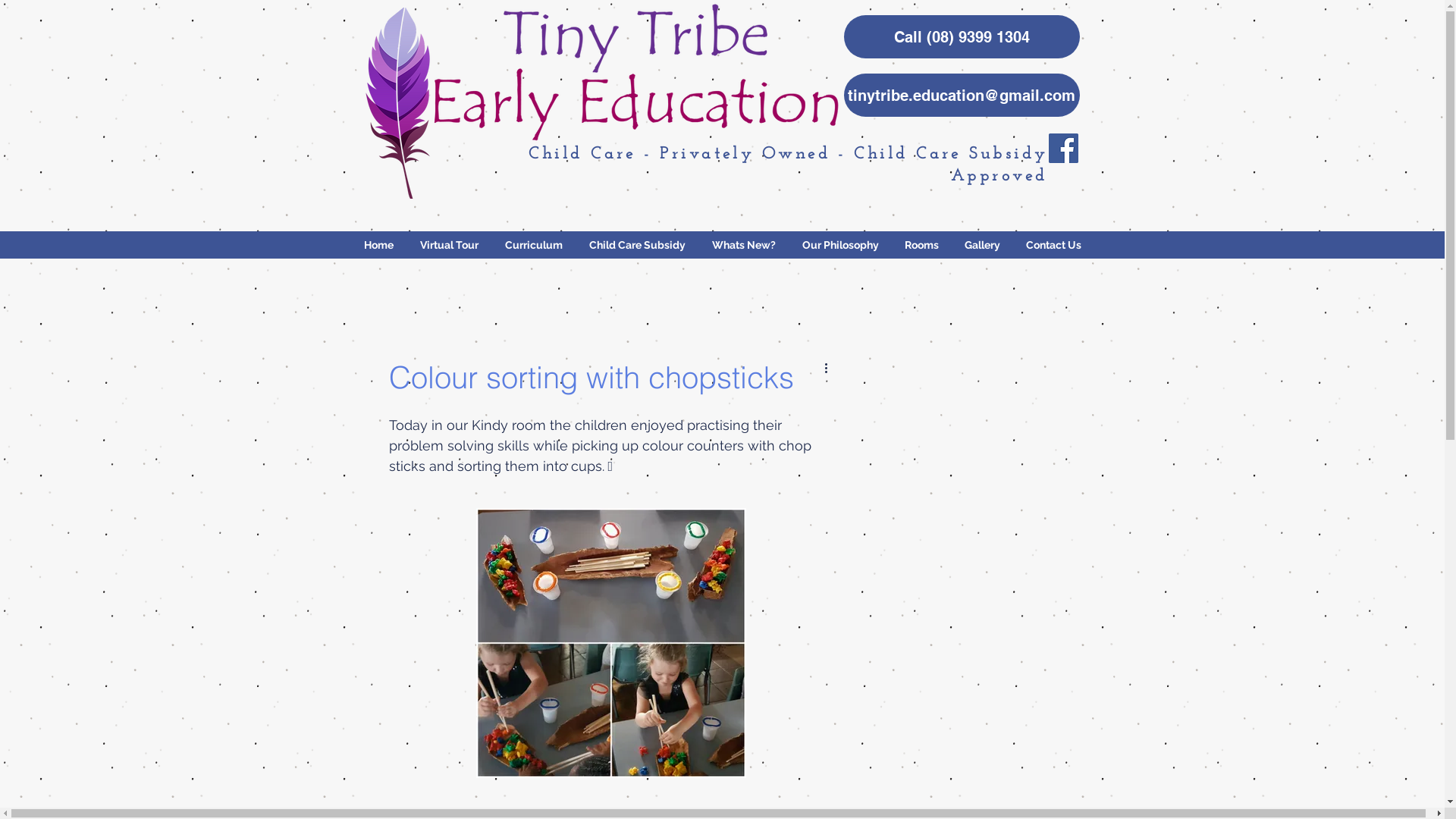 The height and width of the screenshot is (819, 1456). I want to click on 'Rooms', so click(921, 244).